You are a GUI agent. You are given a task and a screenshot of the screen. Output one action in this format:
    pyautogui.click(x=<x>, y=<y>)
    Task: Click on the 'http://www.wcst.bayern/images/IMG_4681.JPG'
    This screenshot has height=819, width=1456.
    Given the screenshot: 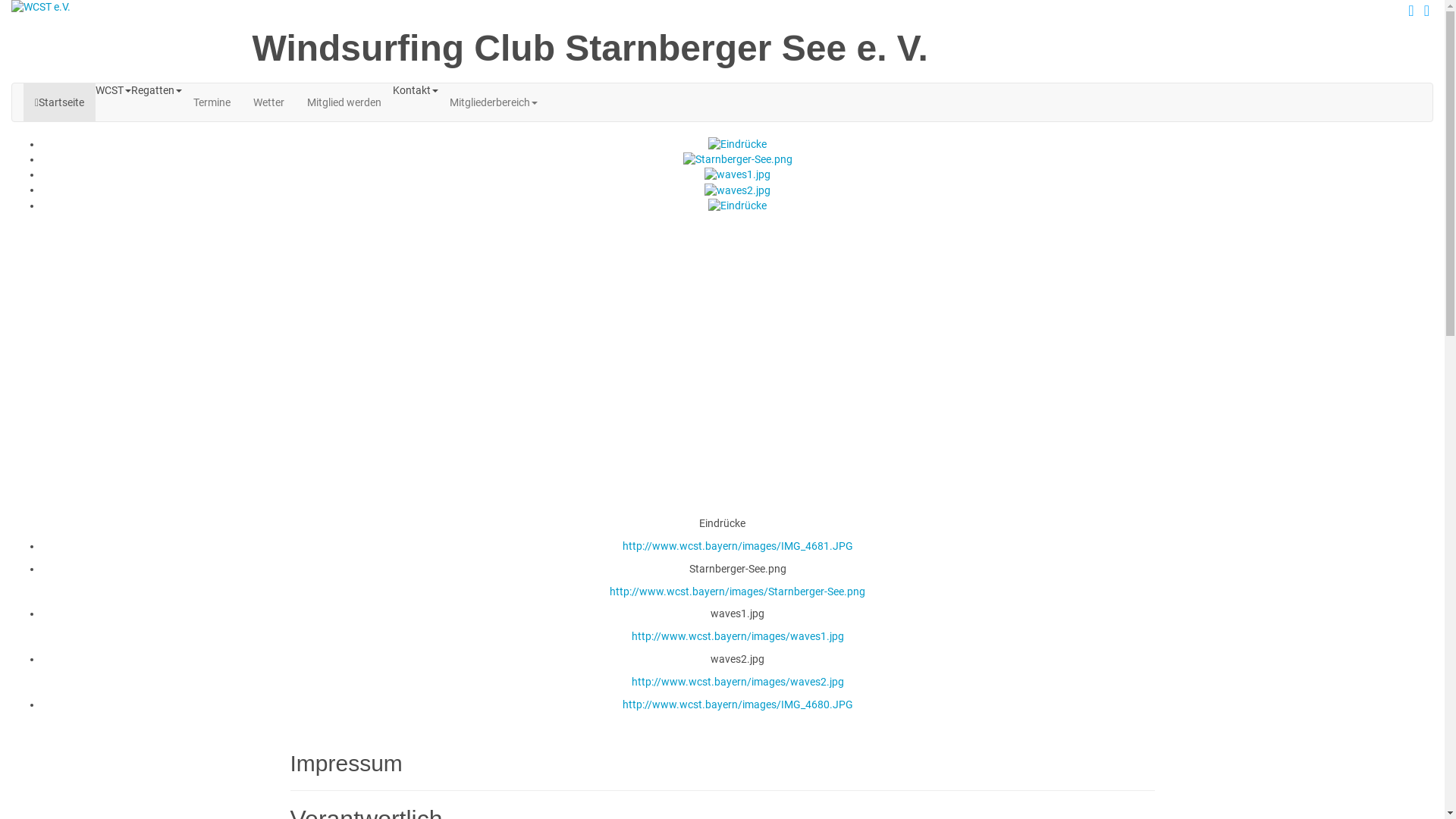 What is the action you would take?
    pyautogui.click(x=736, y=546)
    